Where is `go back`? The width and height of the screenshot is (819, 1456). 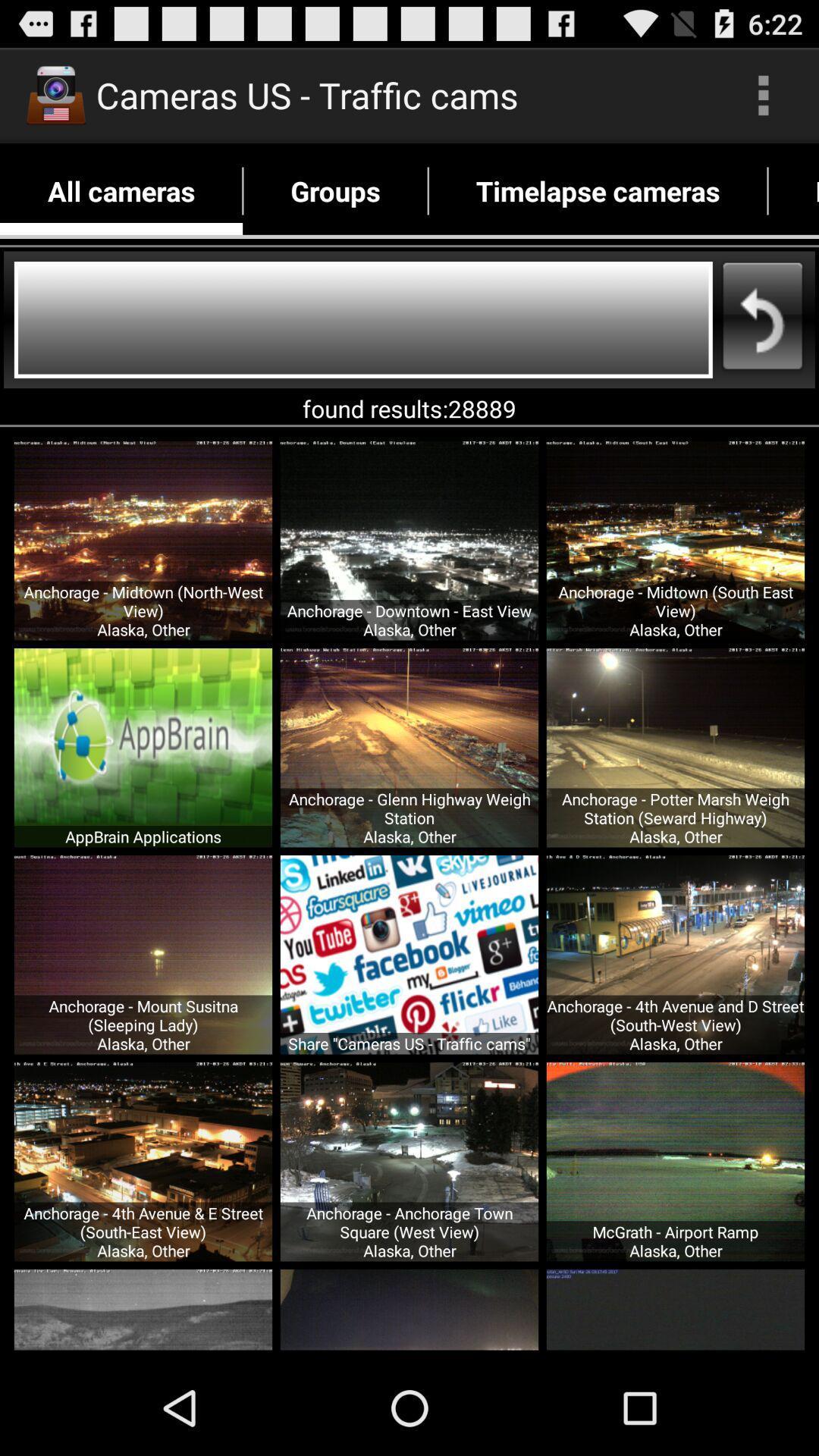 go back is located at coordinates (363, 318).